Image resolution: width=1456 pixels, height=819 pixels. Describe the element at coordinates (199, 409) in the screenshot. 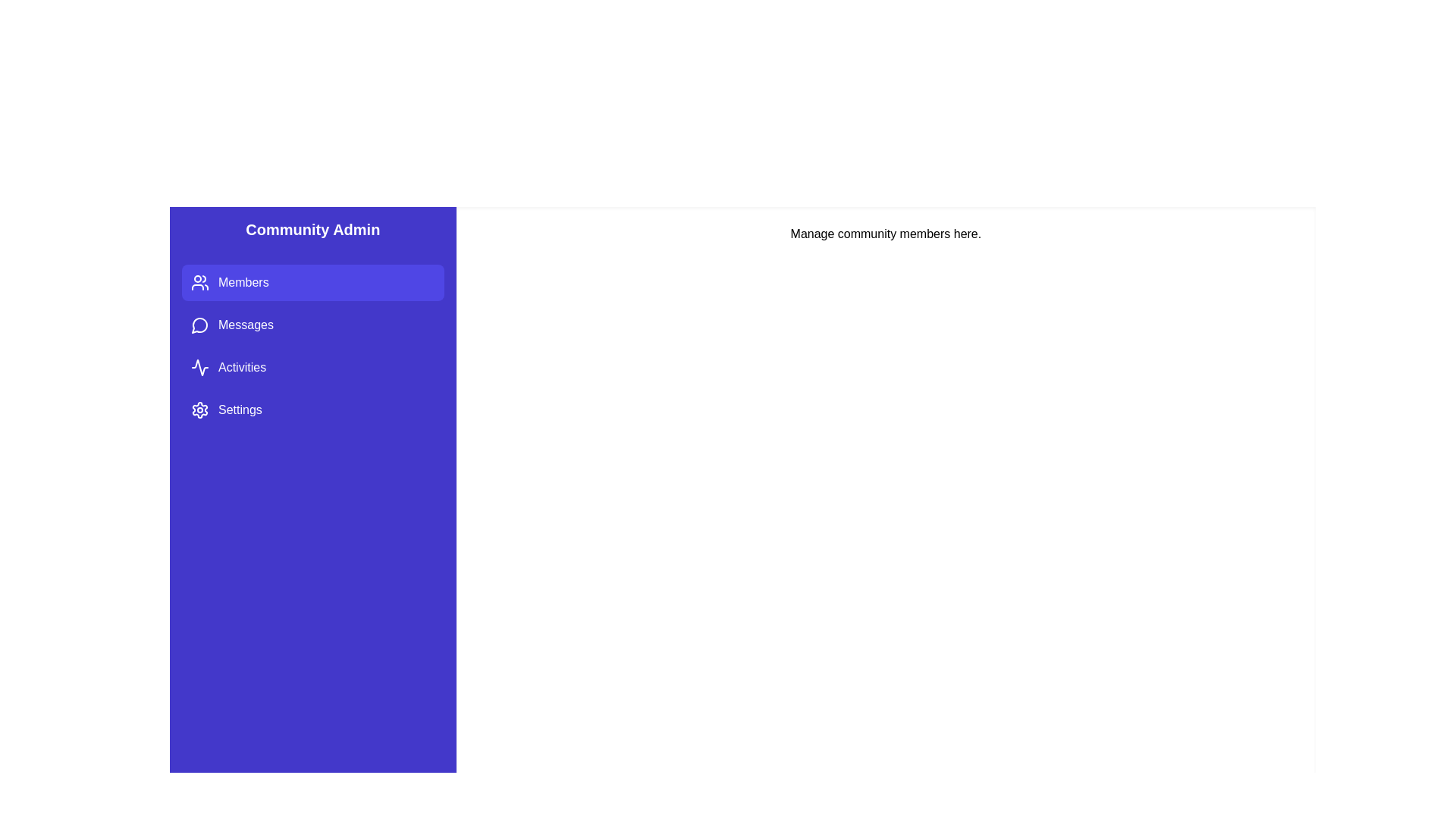

I see `the settings icon, which is the fourth element in the vertical navigation bar on the left side of the interface` at that location.